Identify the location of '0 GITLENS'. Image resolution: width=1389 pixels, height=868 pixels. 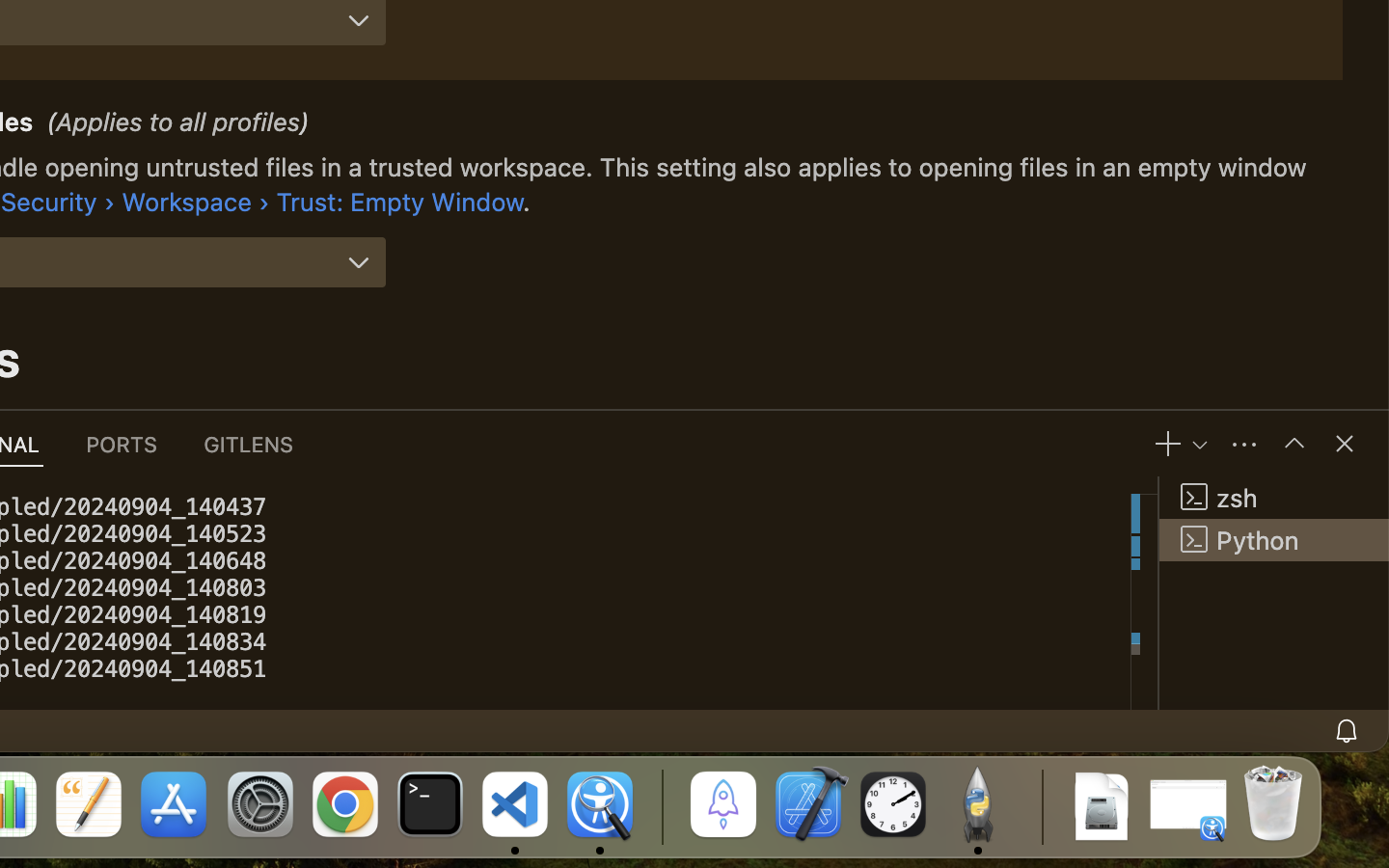
(249, 442).